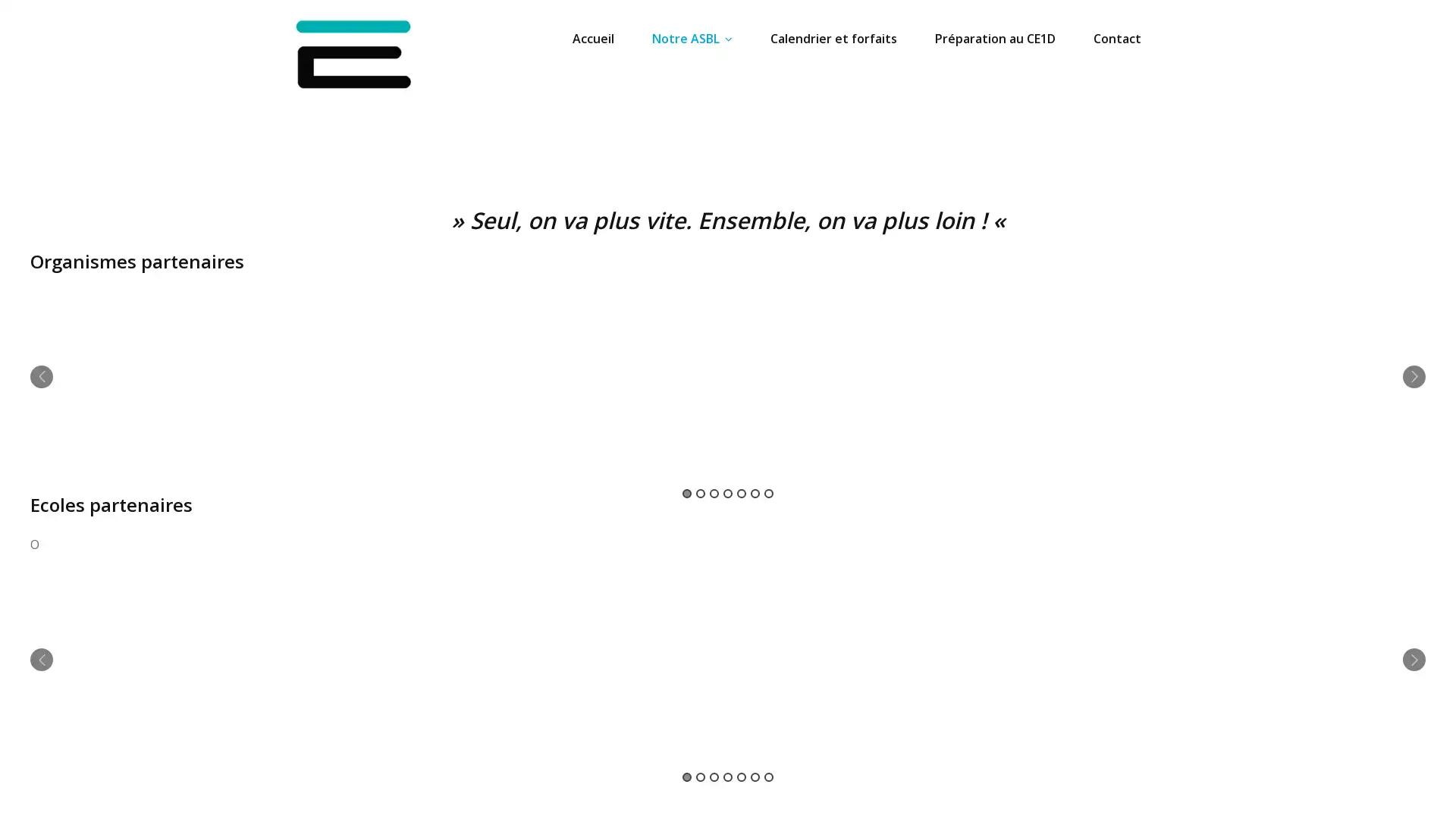 This screenshot has height=819, width=1456. Describe the element at coordinates (700, 494) in the screenshot. I see `2` at that location.